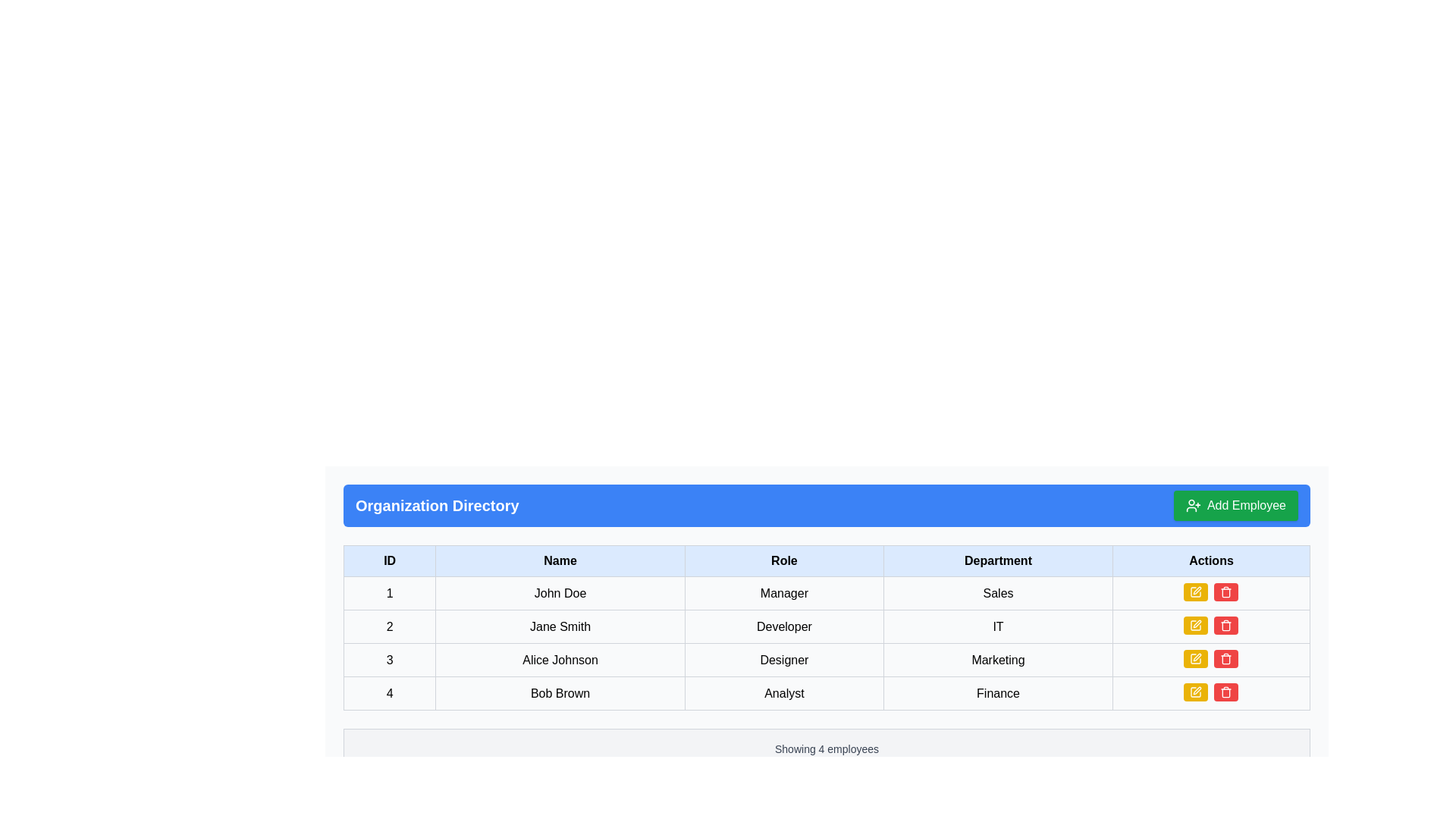 Image resolution: width=1456 pixels, height=819 pixels. What do you see at coordinates (784, 561) in the screenshot?
I see `the 'Role' header in the table, which is the third column header with a bold text on a light blue background` at bounding box center [784, 561].